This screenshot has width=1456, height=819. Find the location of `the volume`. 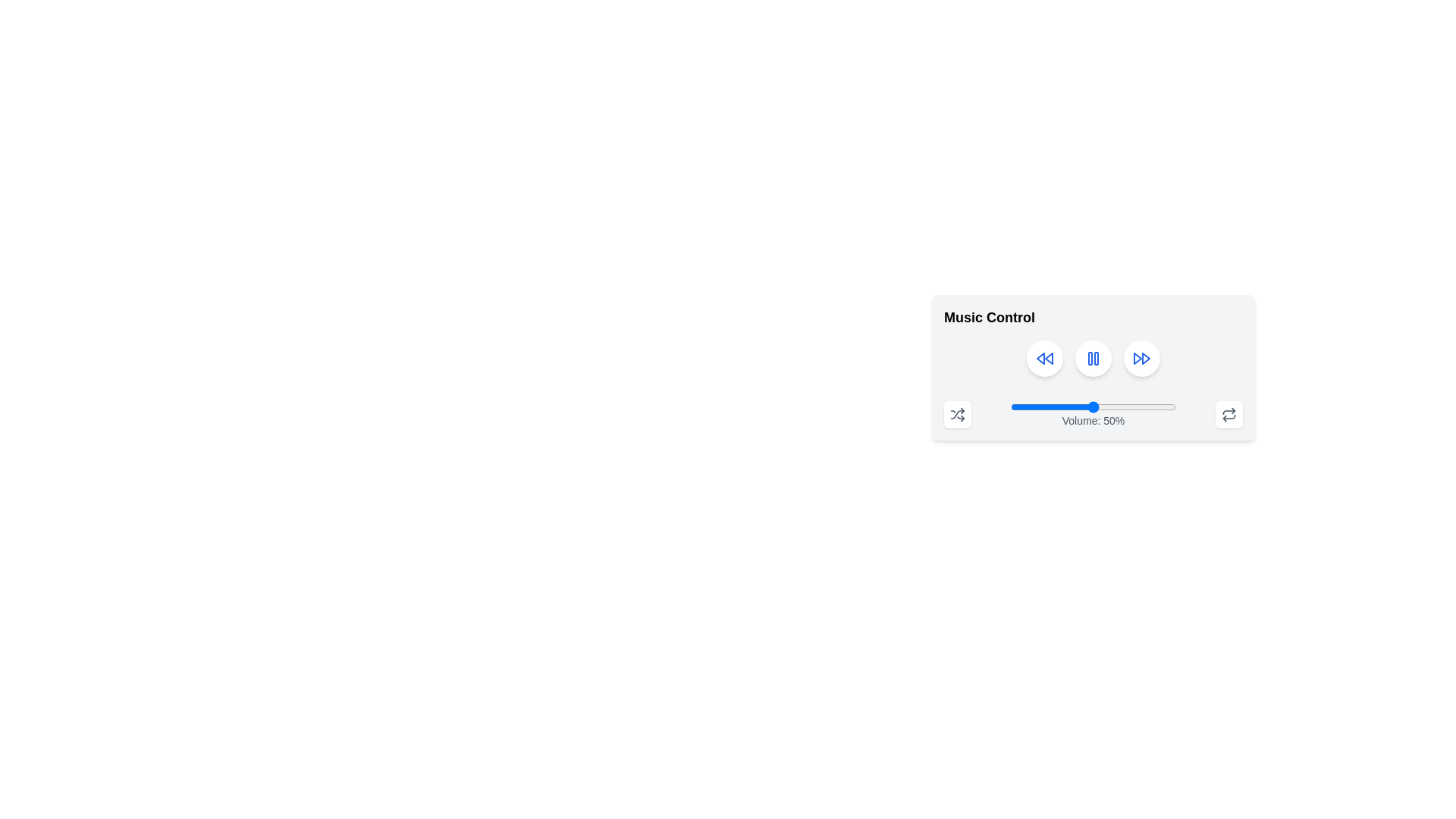

the volume is located at coordinates (1011, 406).